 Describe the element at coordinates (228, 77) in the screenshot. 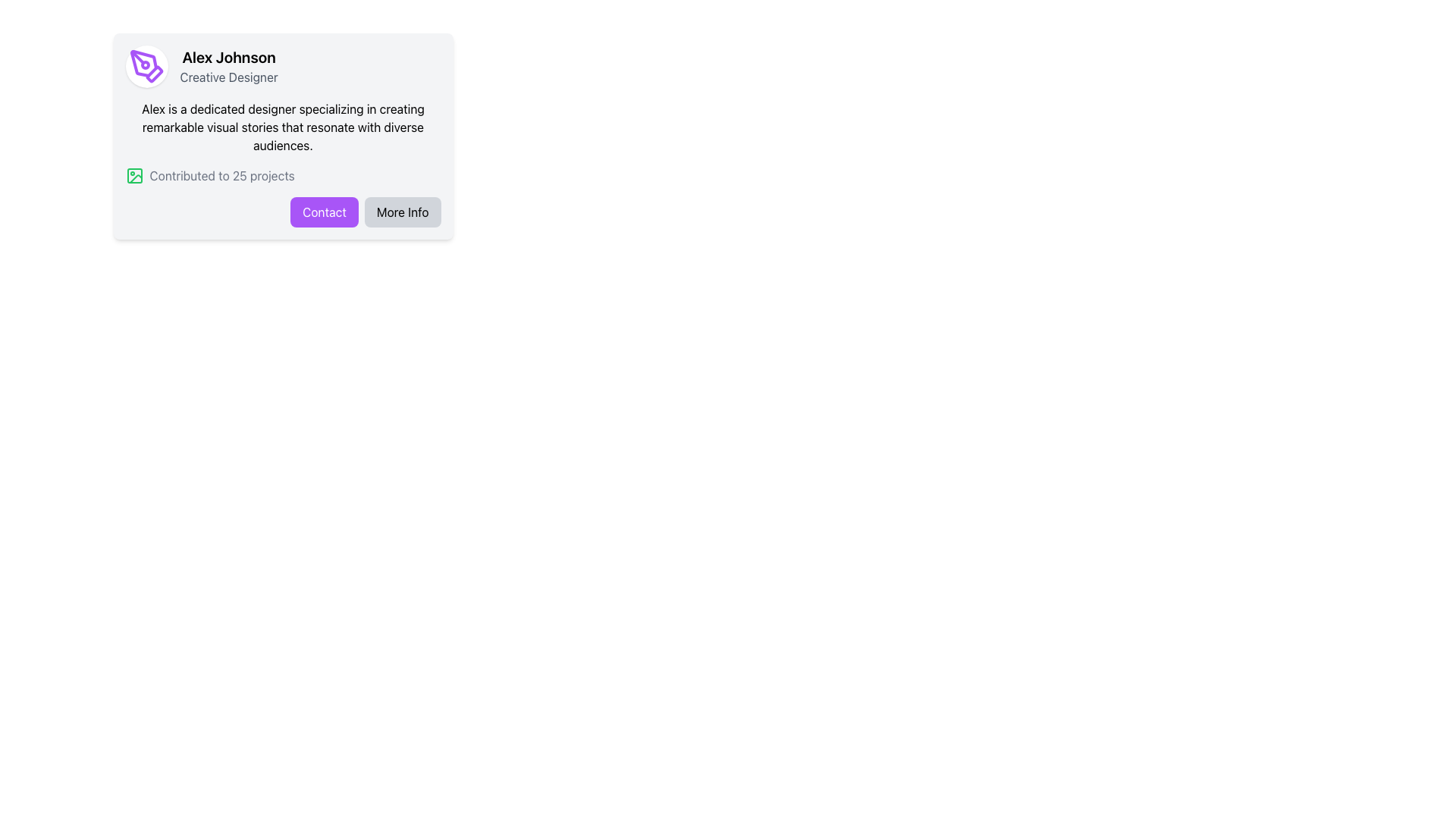

I see `the text label component displaying 'Creative Designer', which is styled in gray and located below the heading 'Alex Johnson' on the left-hand side of the card layout` at that location.